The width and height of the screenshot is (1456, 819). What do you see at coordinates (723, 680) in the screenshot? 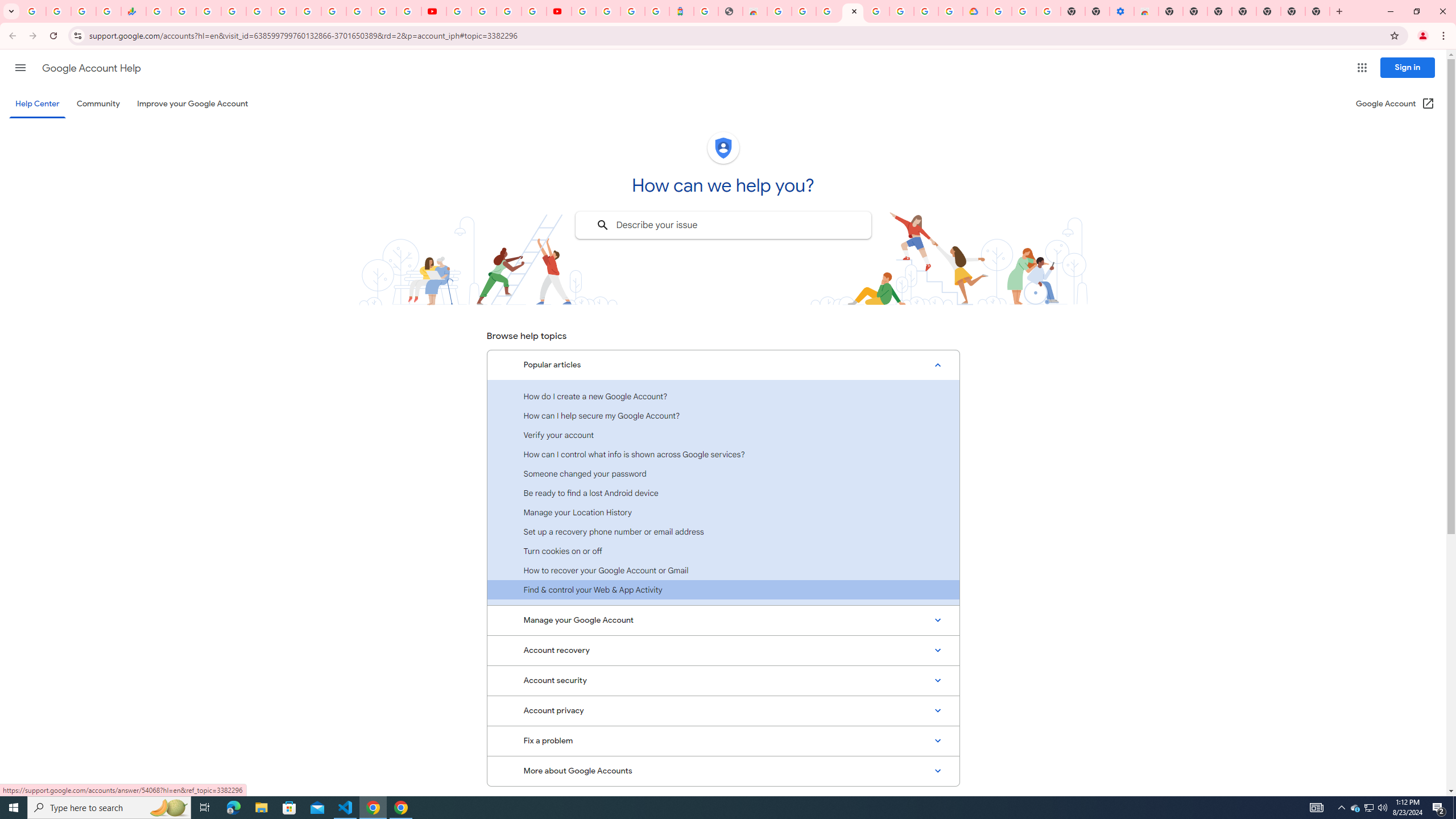
I see `'Account security'` at bounding box center [723, 680].